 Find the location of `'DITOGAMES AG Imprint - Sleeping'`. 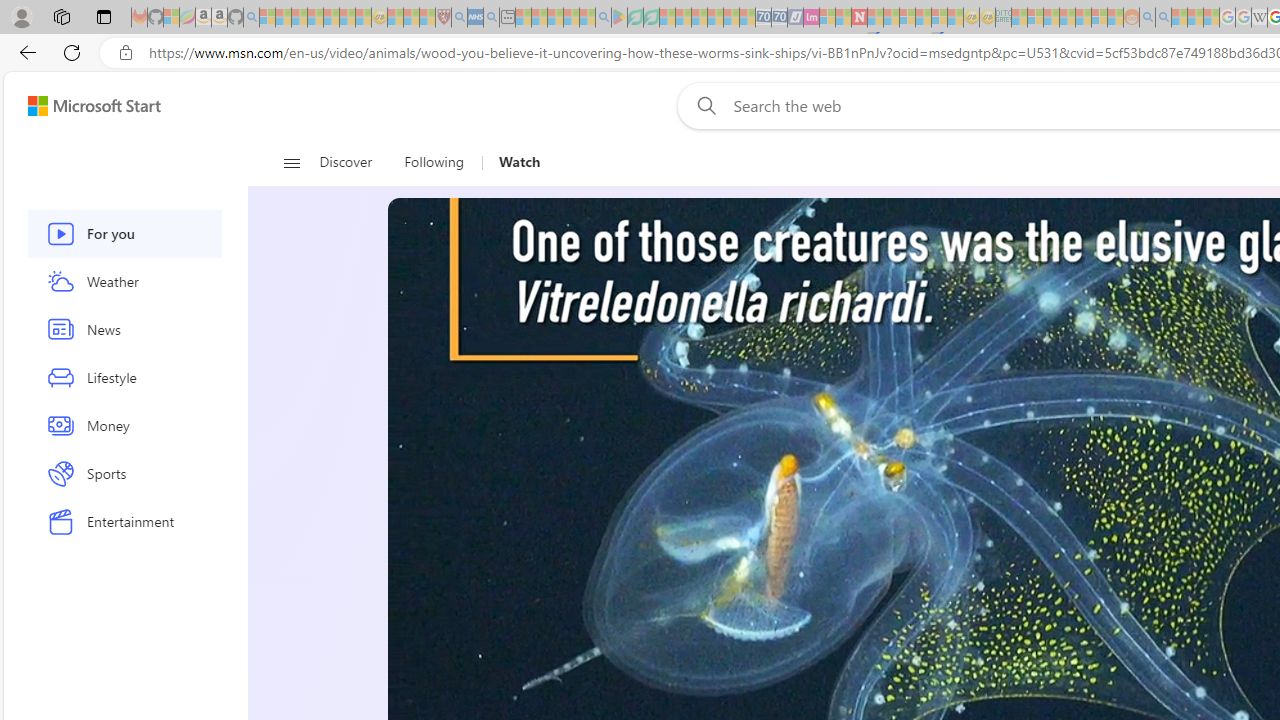

'DITOGAMES AG Imprint - Sleeping' is located at coordinates (1003, 17).